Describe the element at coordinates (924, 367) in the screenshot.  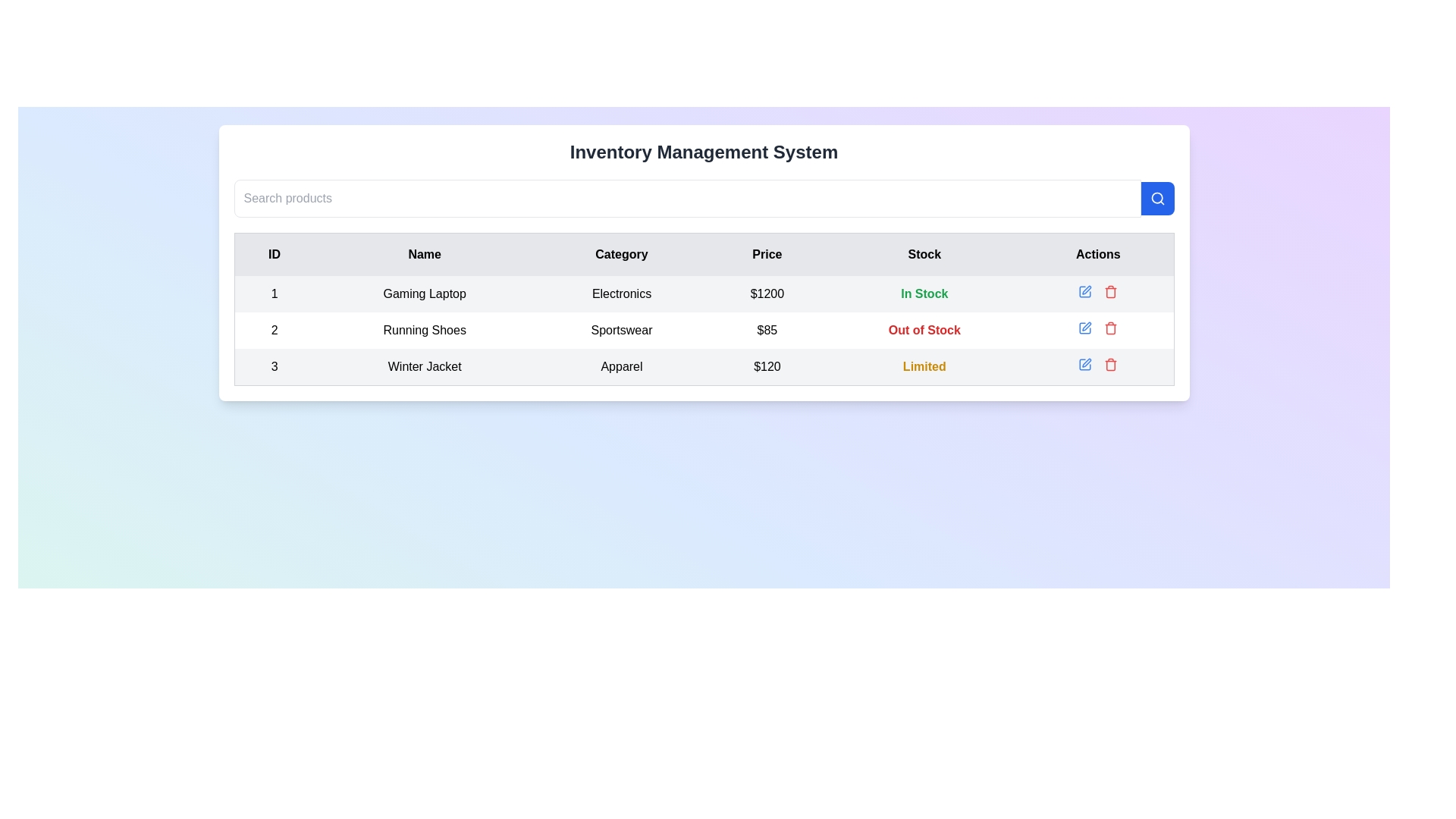
I see `the text label displaying 'Limited' in bold yellow, located in the last column of the third row of the table in the inventory management system interface` at that location.